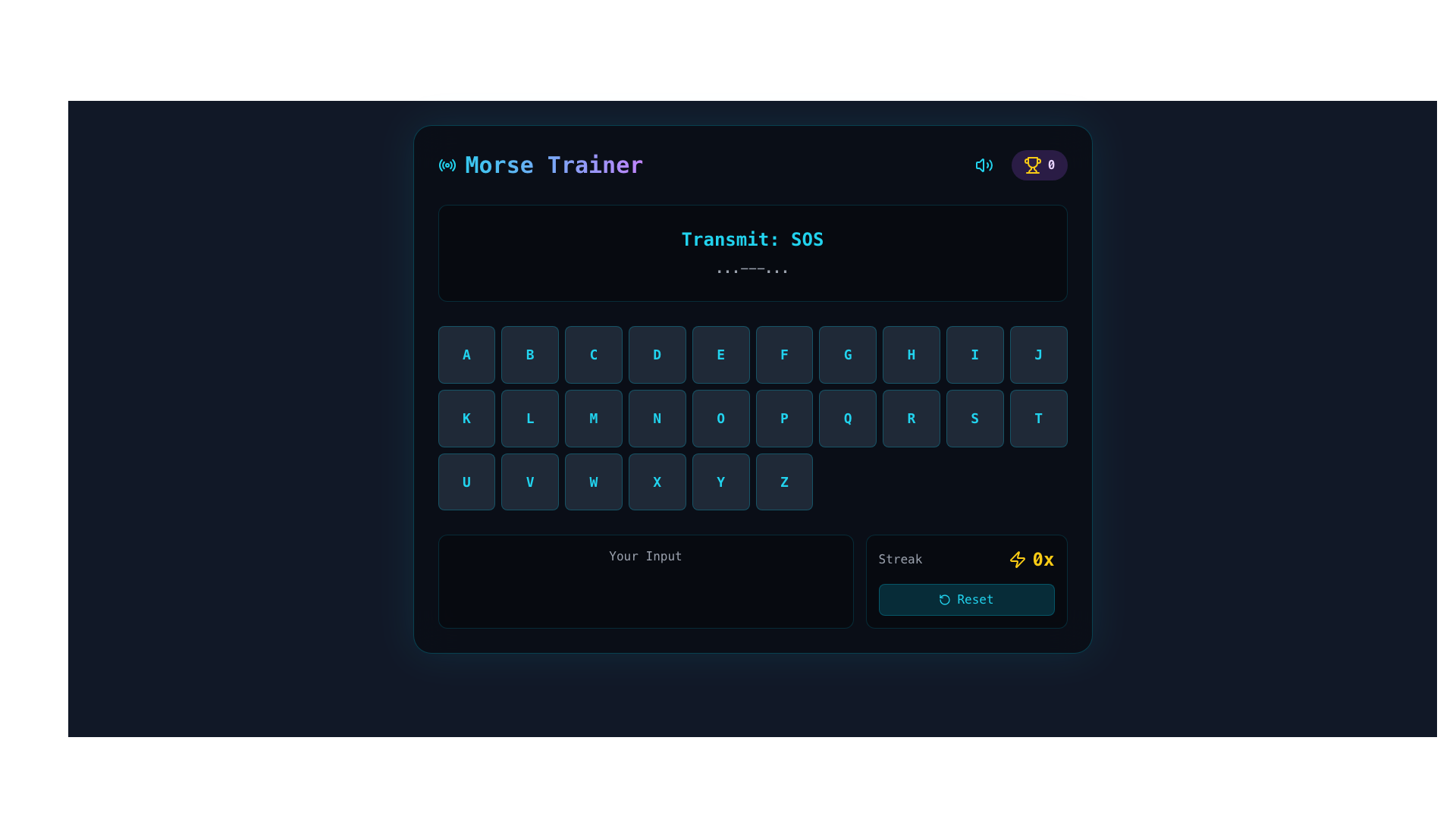  I want to click on the square button displaying the letter 'V' in cyan on a dark gray background, so click(530, 482).